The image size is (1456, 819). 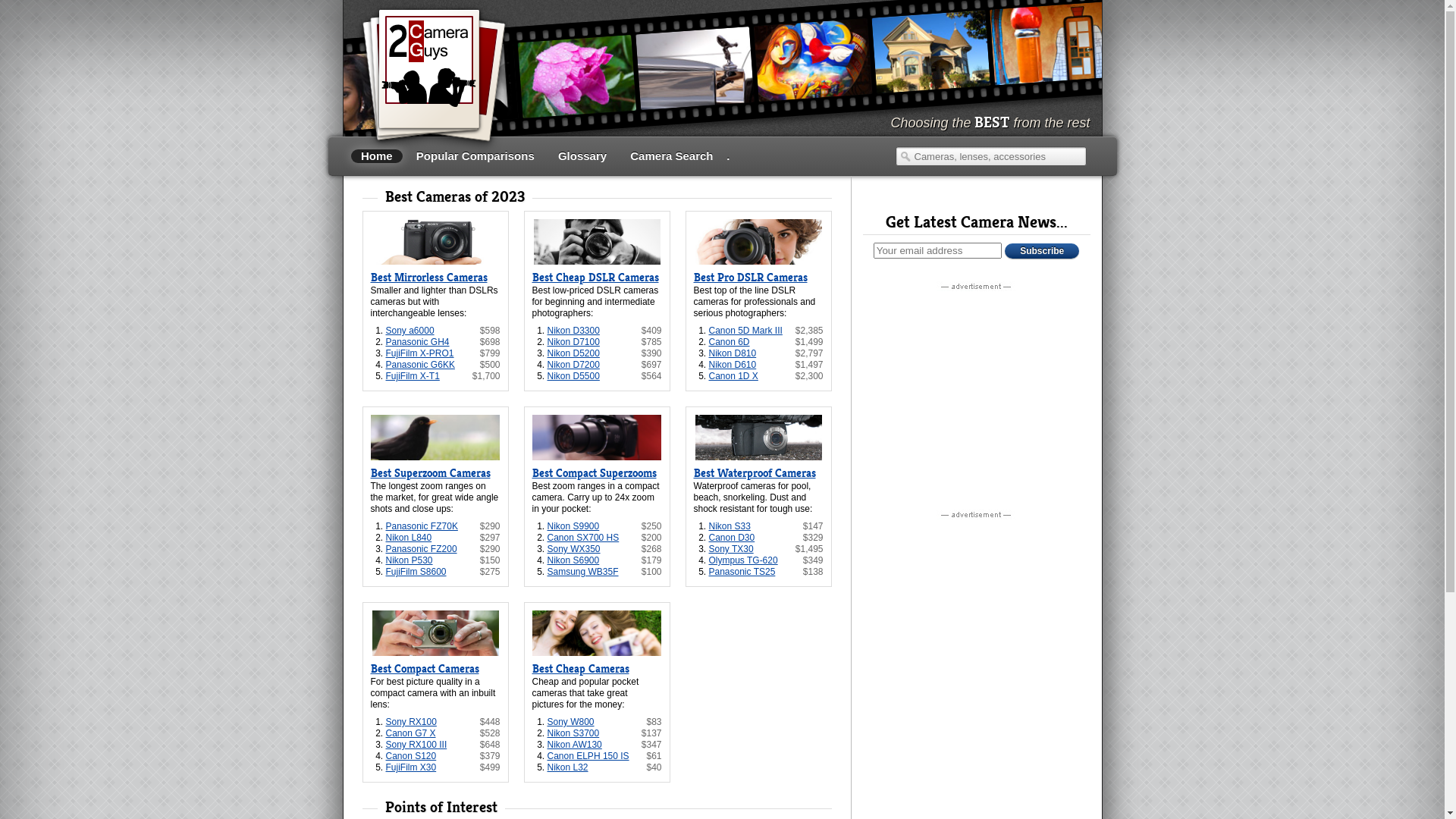 What do you see at coordinates (417, 342) in the screenshot?
I see `'Panasonic GH4'` at bounding box center [417, 342].